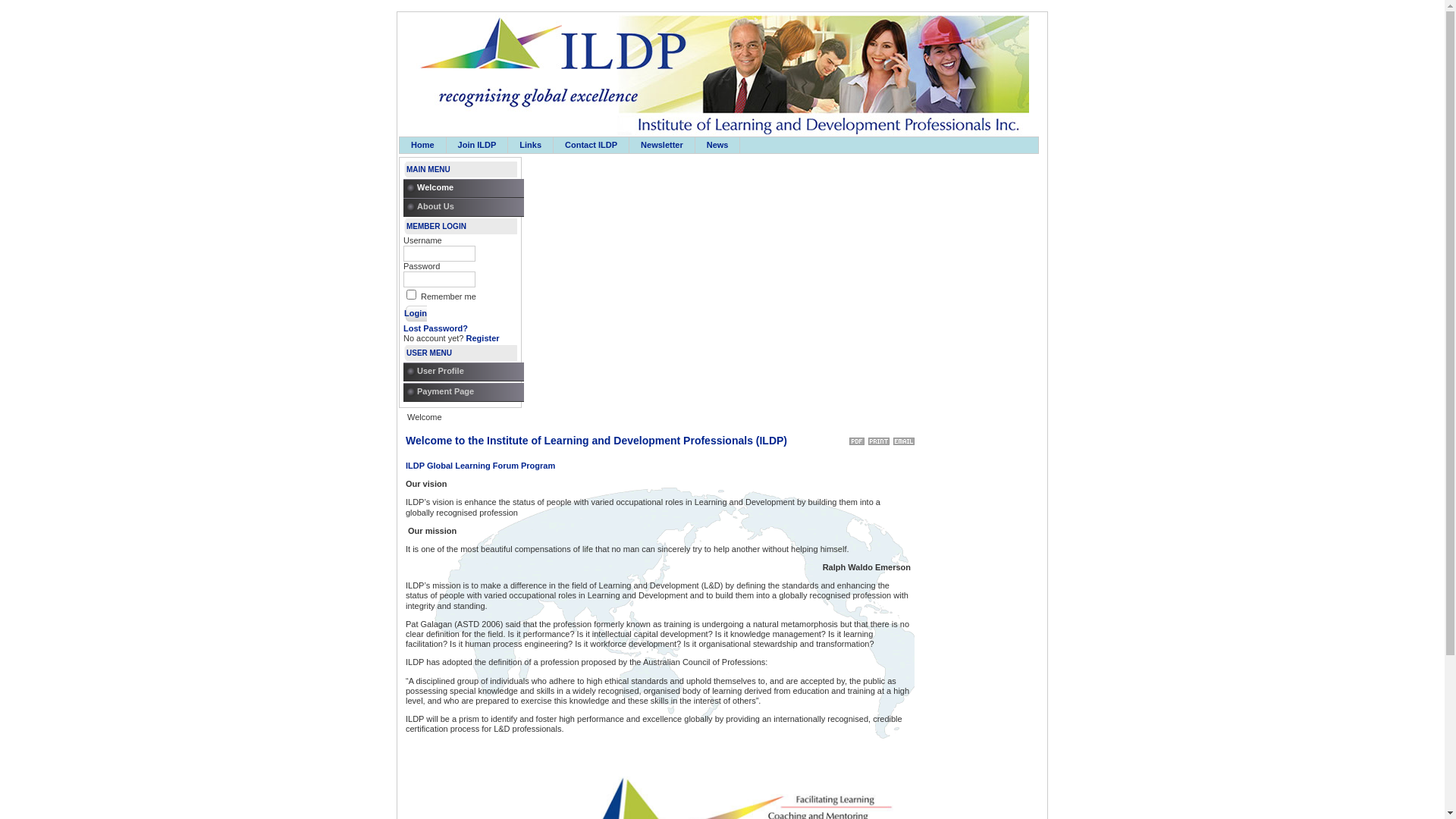  Describe the element at coordinates (476, 145) in the screenshot. I see `'Join ILDP'` at that location.